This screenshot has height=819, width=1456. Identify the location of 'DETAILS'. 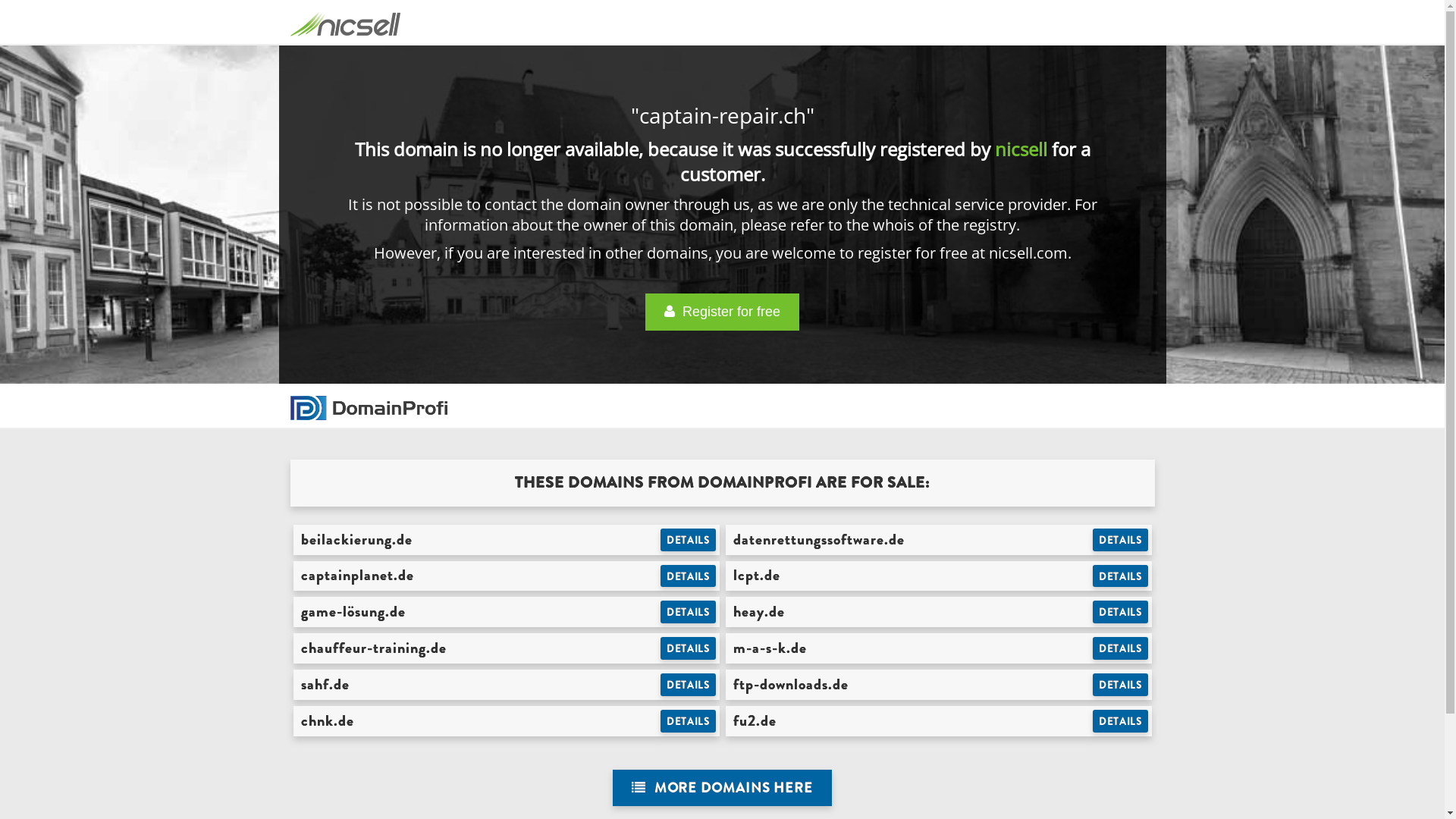
(1092, 610).